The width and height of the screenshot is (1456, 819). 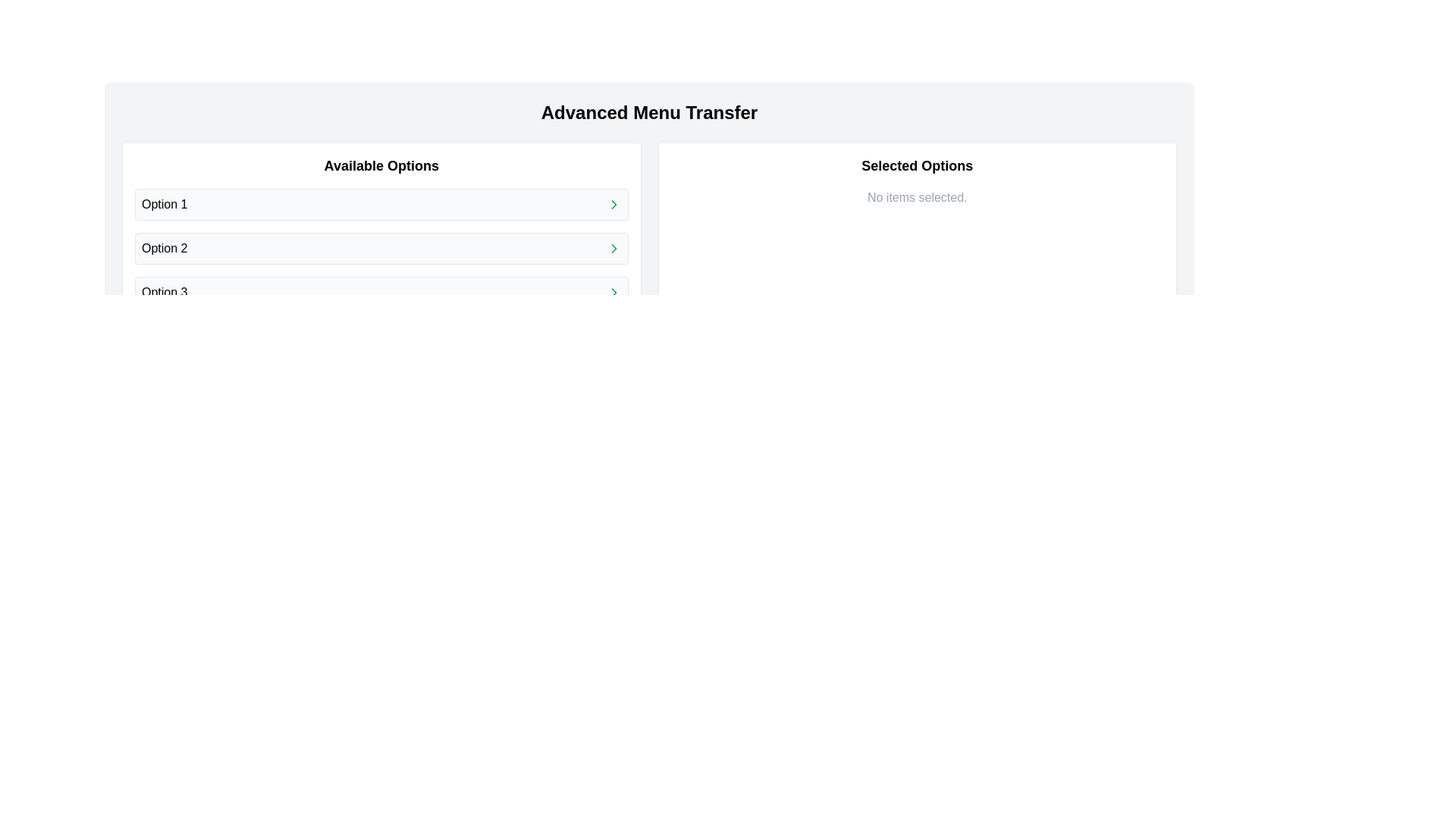 What do you see at coordinates (916, 166) in the screenshot?
I see `the heading element of the 'Selected Options' panel, which is located at the top of the panel, above the text 'No items selected.'` at bounding box center [916, 166].